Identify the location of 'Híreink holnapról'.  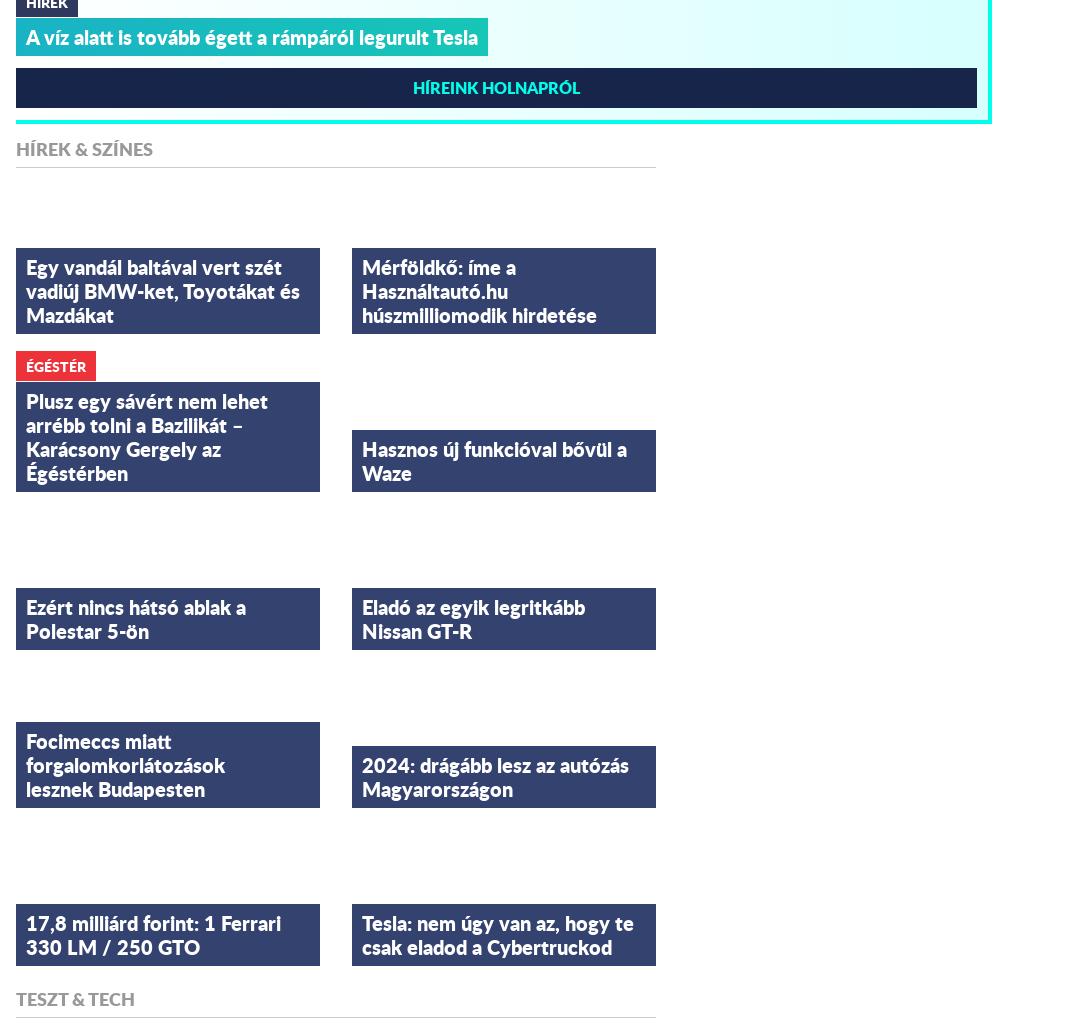
(496, 85).